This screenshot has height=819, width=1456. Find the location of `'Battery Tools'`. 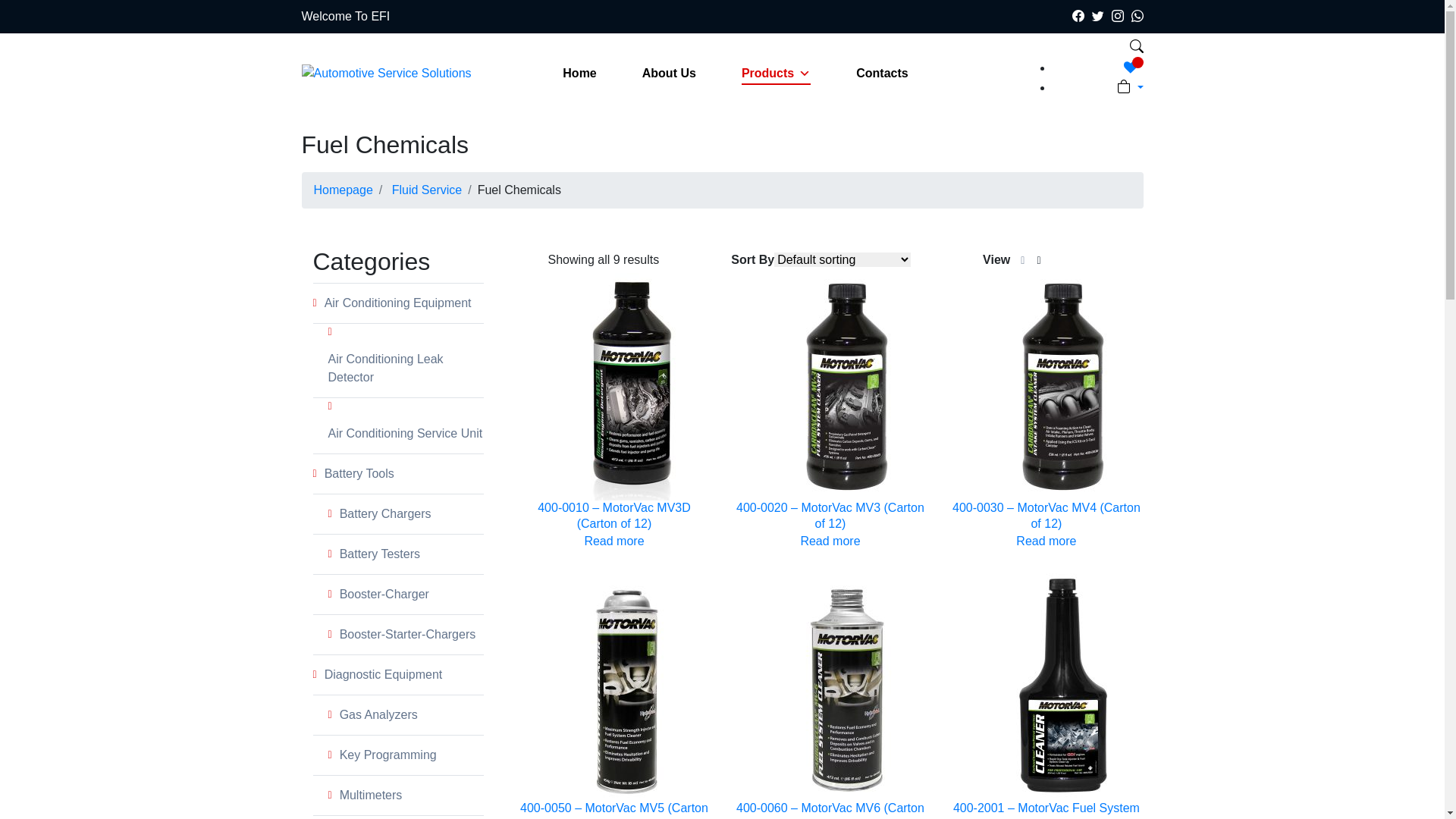

'Battery Tools' is located at coordinates (403, 472).